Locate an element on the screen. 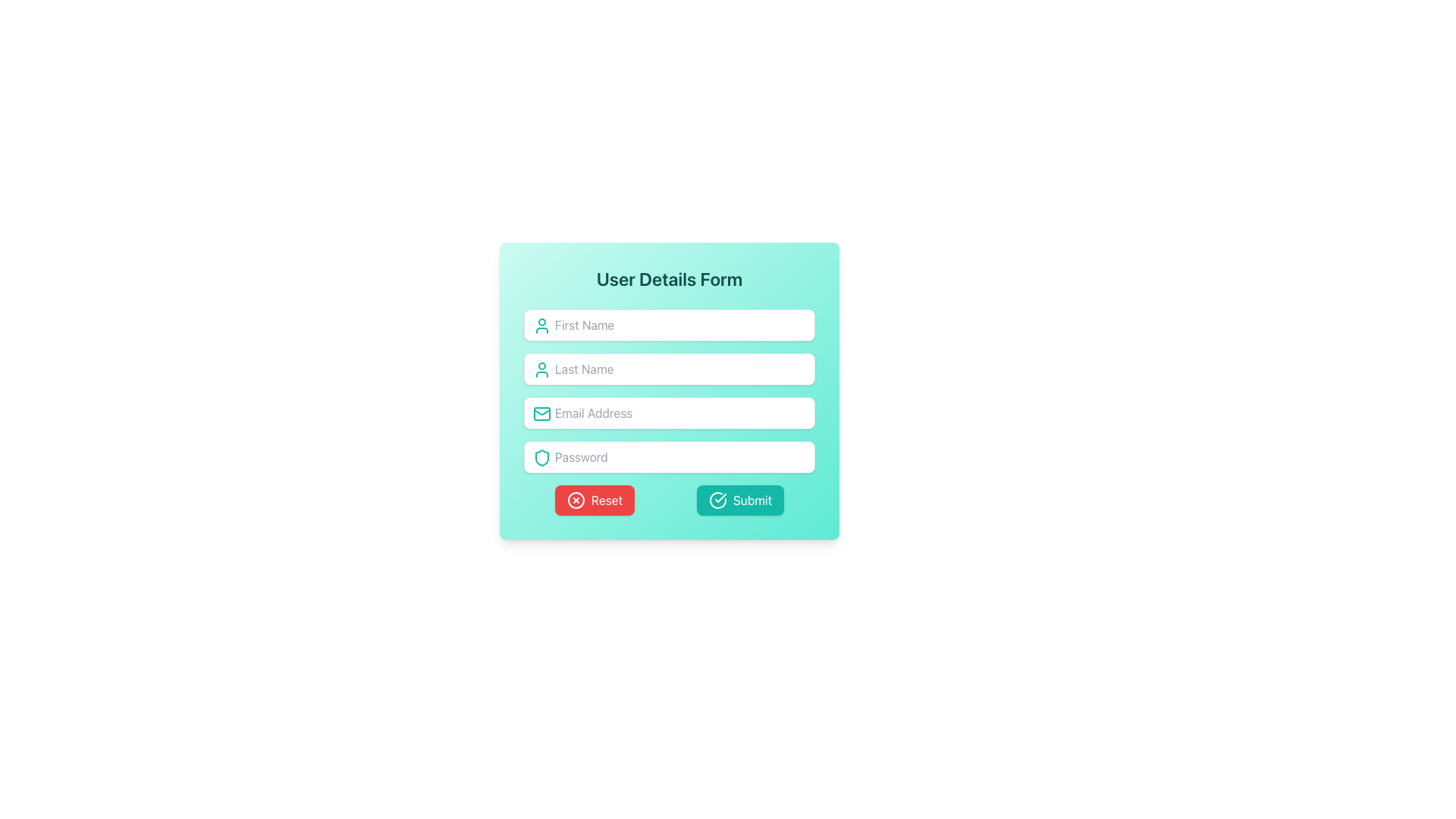 The height and width of the screenshot is (819, 1456). text displayed in the 'User Details Form' label, which is a bold, large text at the top center of the form card is located at coordinates (669, 278).